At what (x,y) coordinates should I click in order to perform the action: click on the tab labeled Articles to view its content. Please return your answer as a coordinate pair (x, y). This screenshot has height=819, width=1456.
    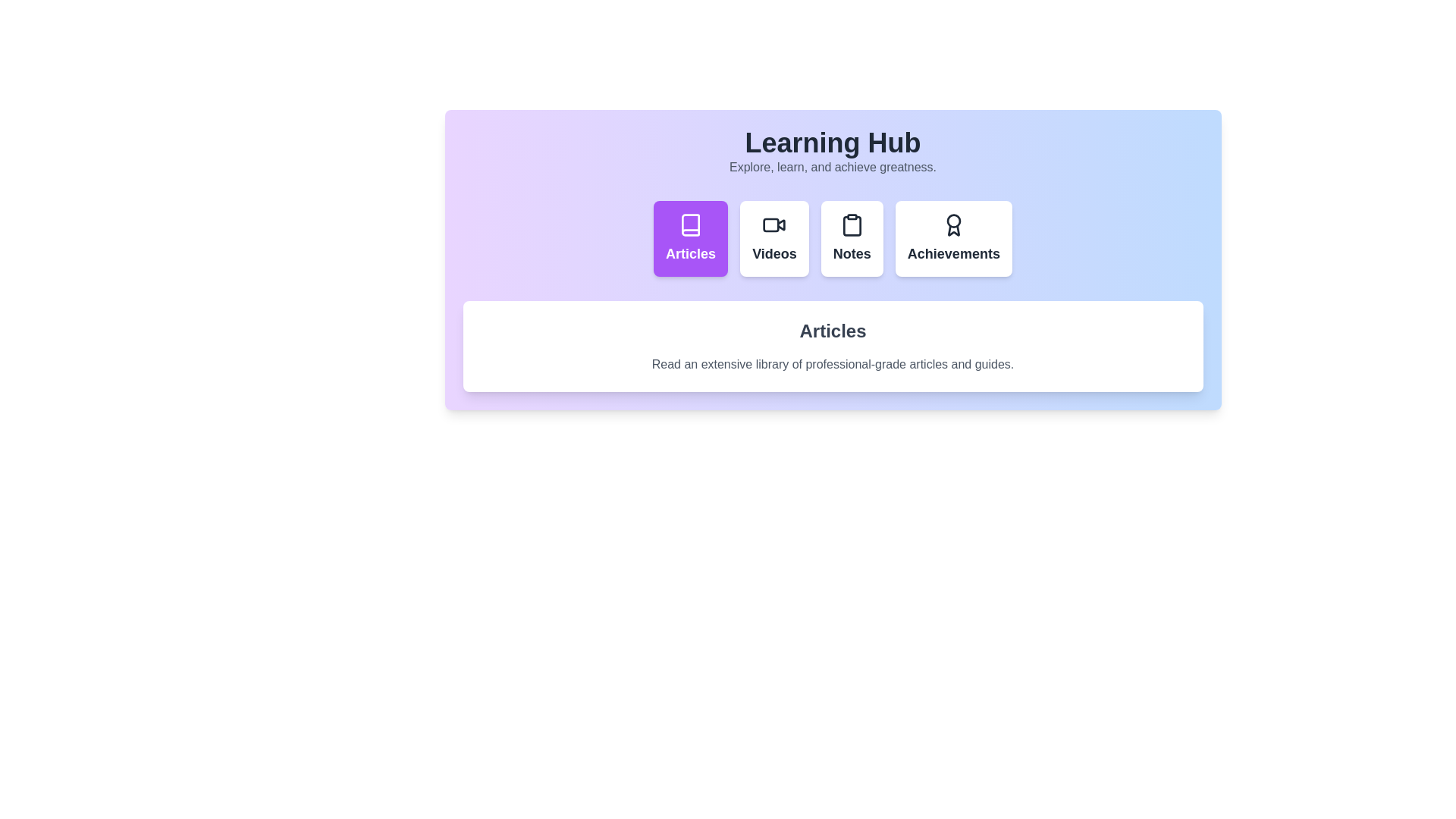
    Looking at the image, I should click on (690, 239).